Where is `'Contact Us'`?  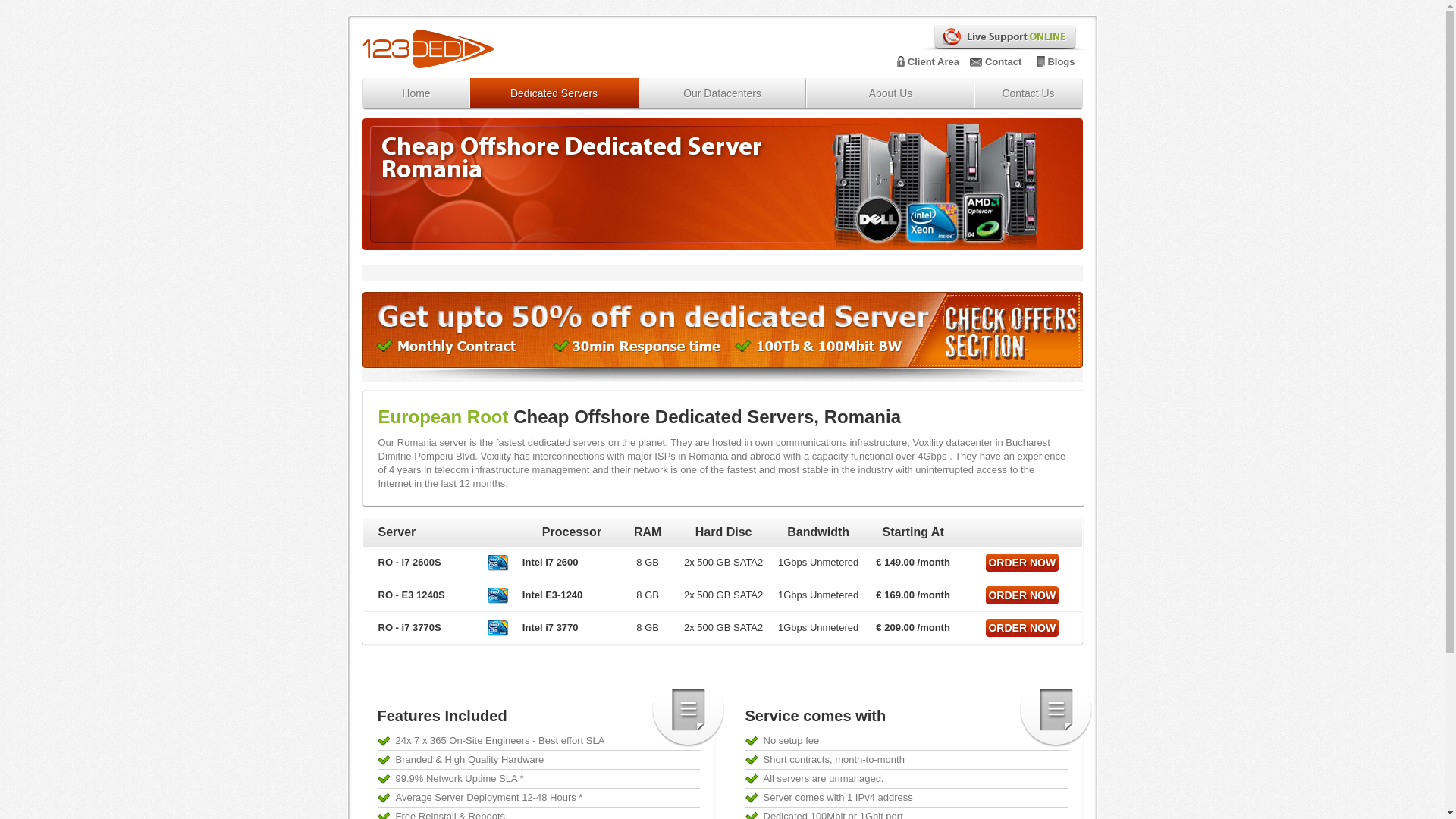 'Contact Us' is located at coordinates (975, 93).